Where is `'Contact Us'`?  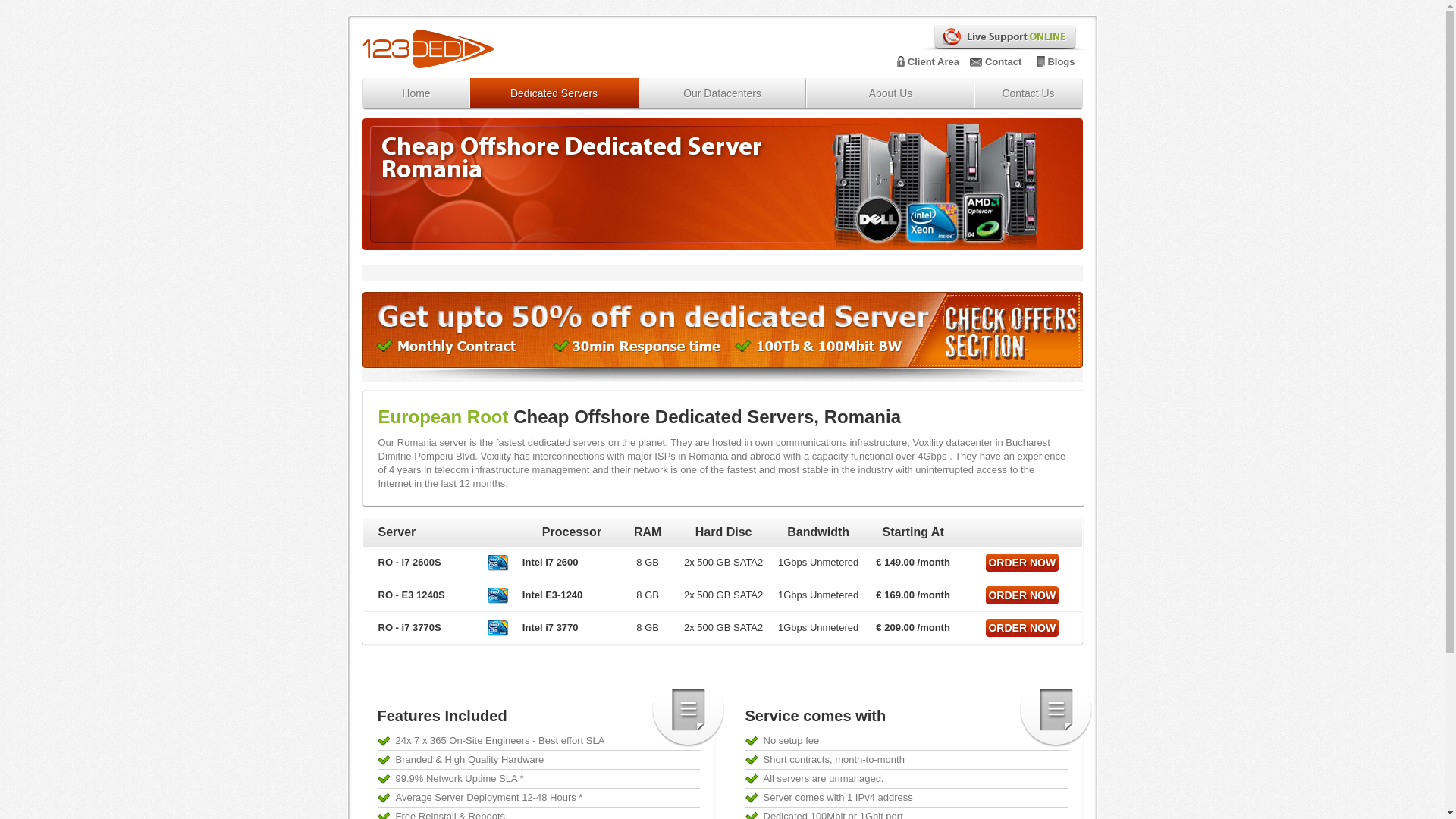 'Contact Us' is located at coordinates (975, 93).